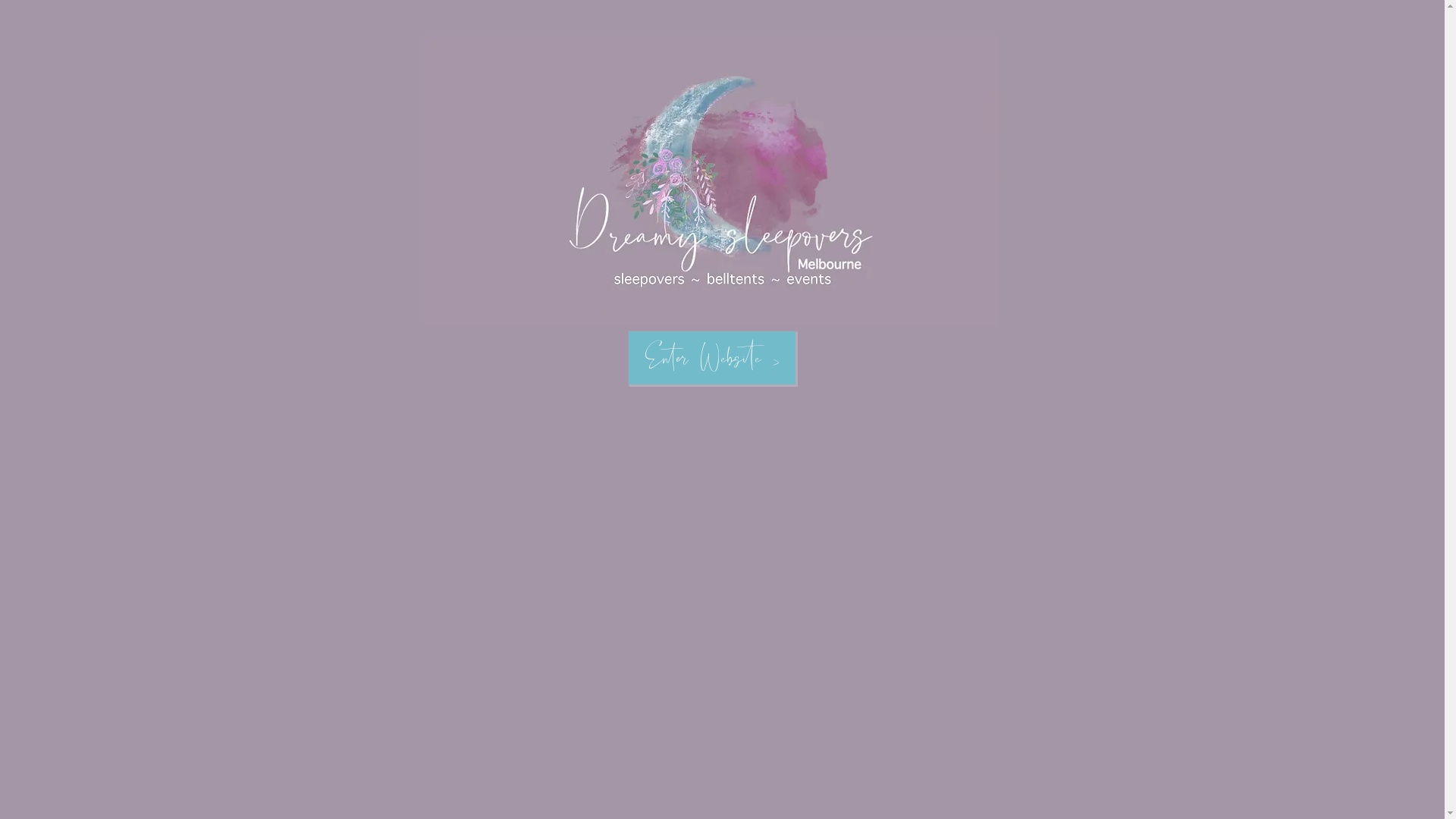 This screenshot has width=1456, height=819. I want to click on 'Enter Website >', so click(710, 357).